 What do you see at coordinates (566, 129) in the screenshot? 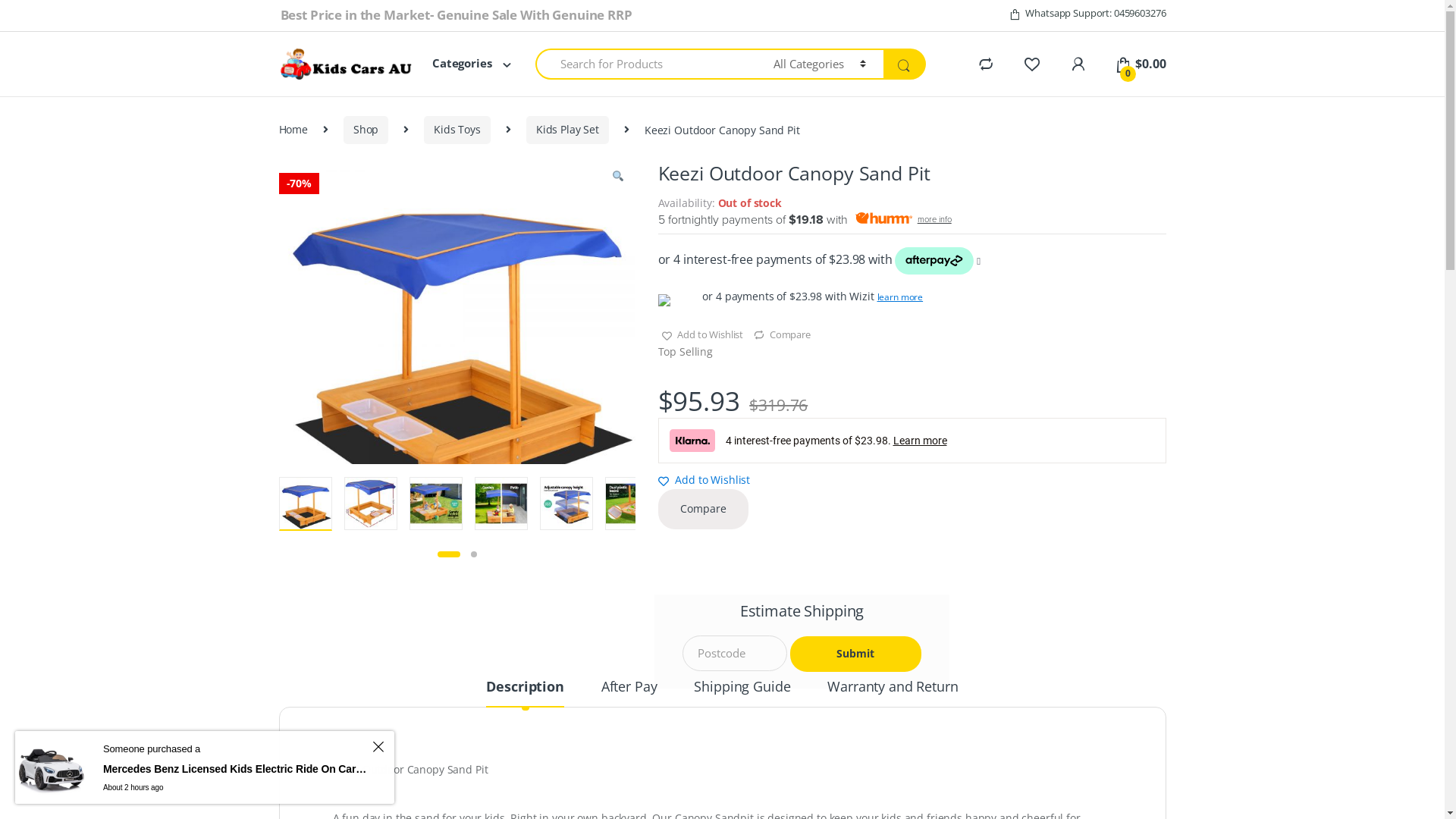
I see `'Kids Play Set'` at bounding box center [566, 129].